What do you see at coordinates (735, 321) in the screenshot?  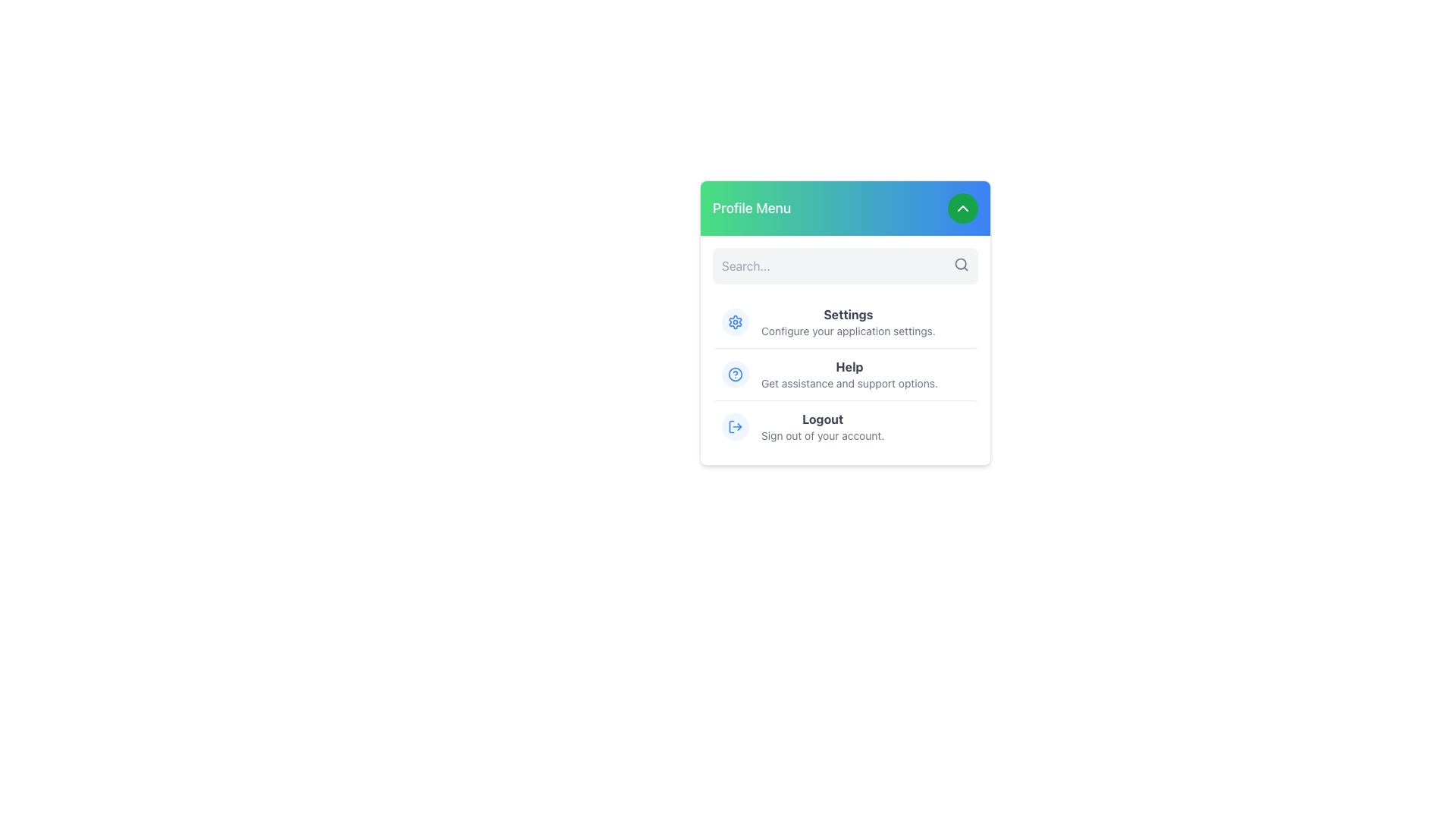 I see `the 'Settings' icon located` at bounding box center [735, 321].